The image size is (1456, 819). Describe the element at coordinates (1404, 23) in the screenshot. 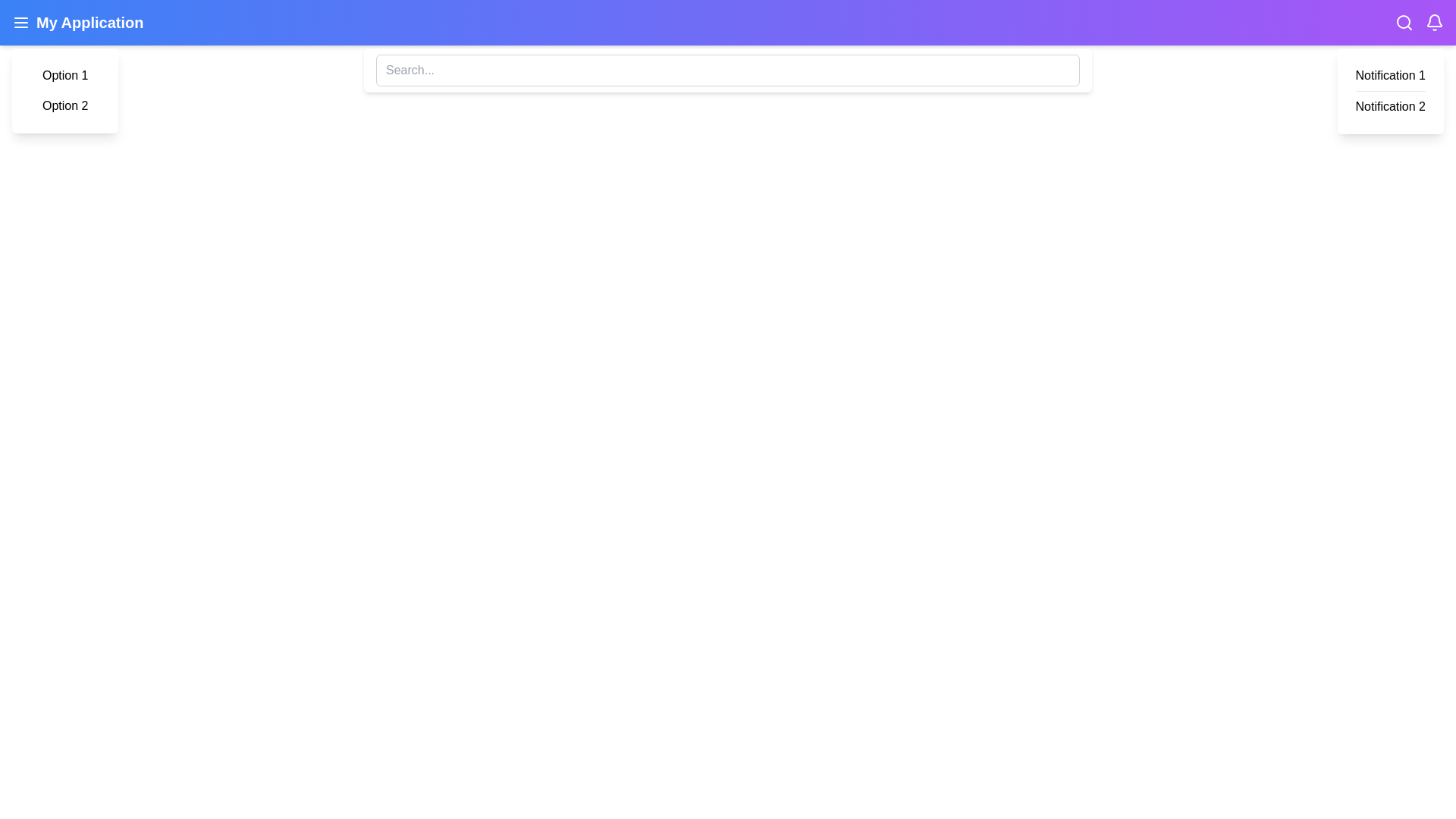

I see `the magnifying glass icon located at the top-right corner of the application interface` at that location.